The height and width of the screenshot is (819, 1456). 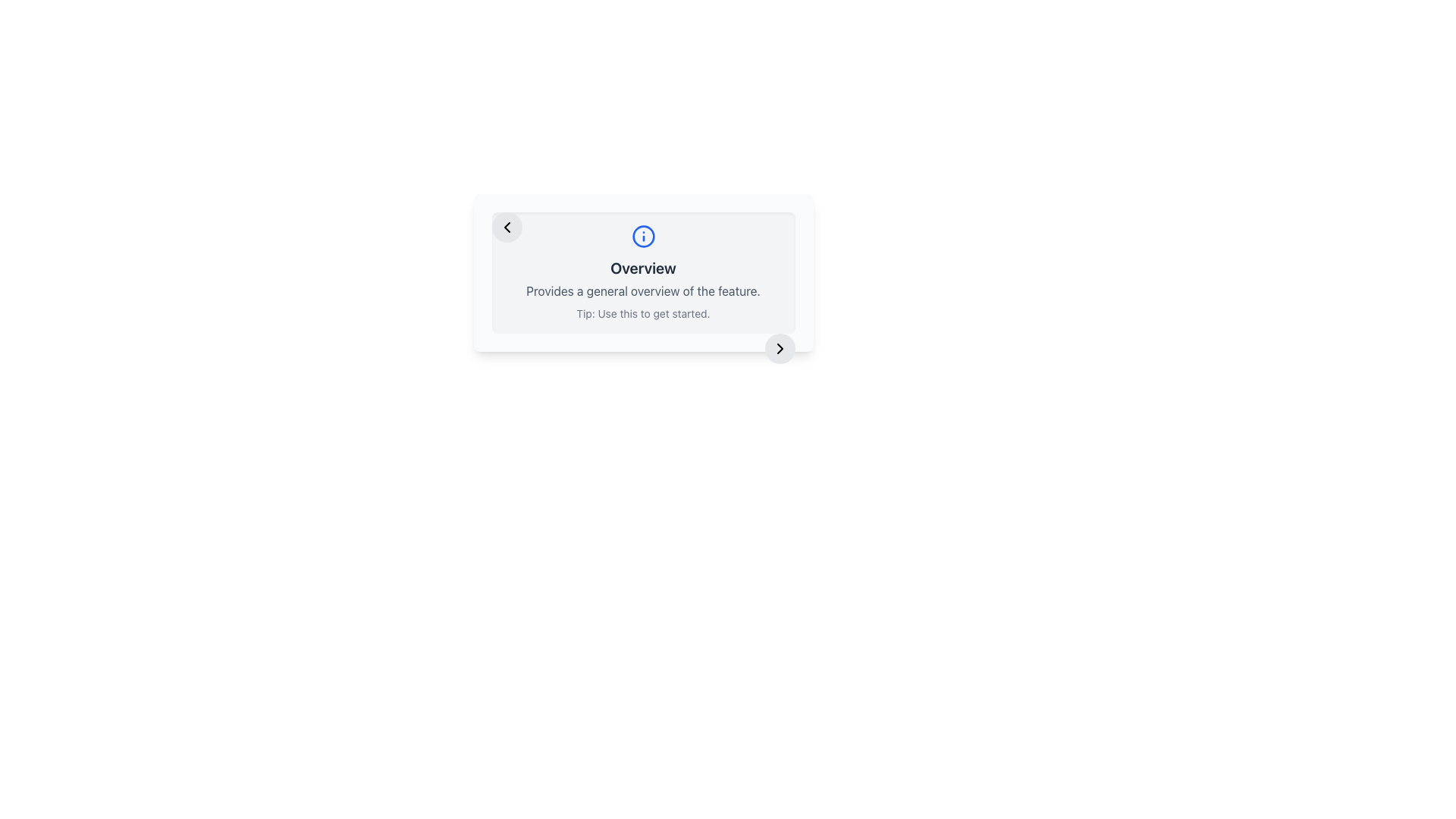 I want to click on the circular button with a light gray background and a right-facing chevron icon, so click(x=780, y=348).